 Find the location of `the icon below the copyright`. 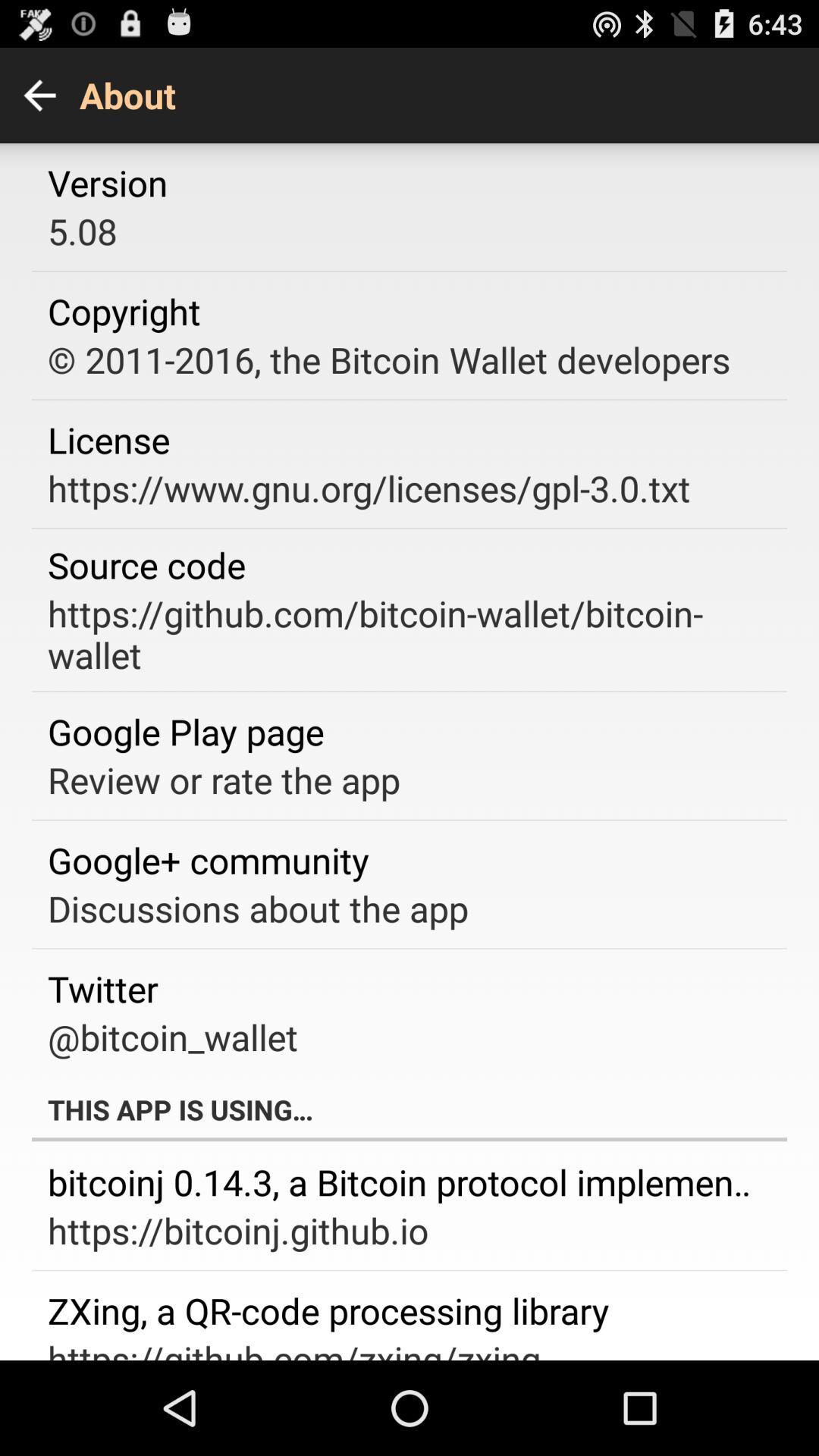

the icon below the copyright is located at coordinates (388, 359).